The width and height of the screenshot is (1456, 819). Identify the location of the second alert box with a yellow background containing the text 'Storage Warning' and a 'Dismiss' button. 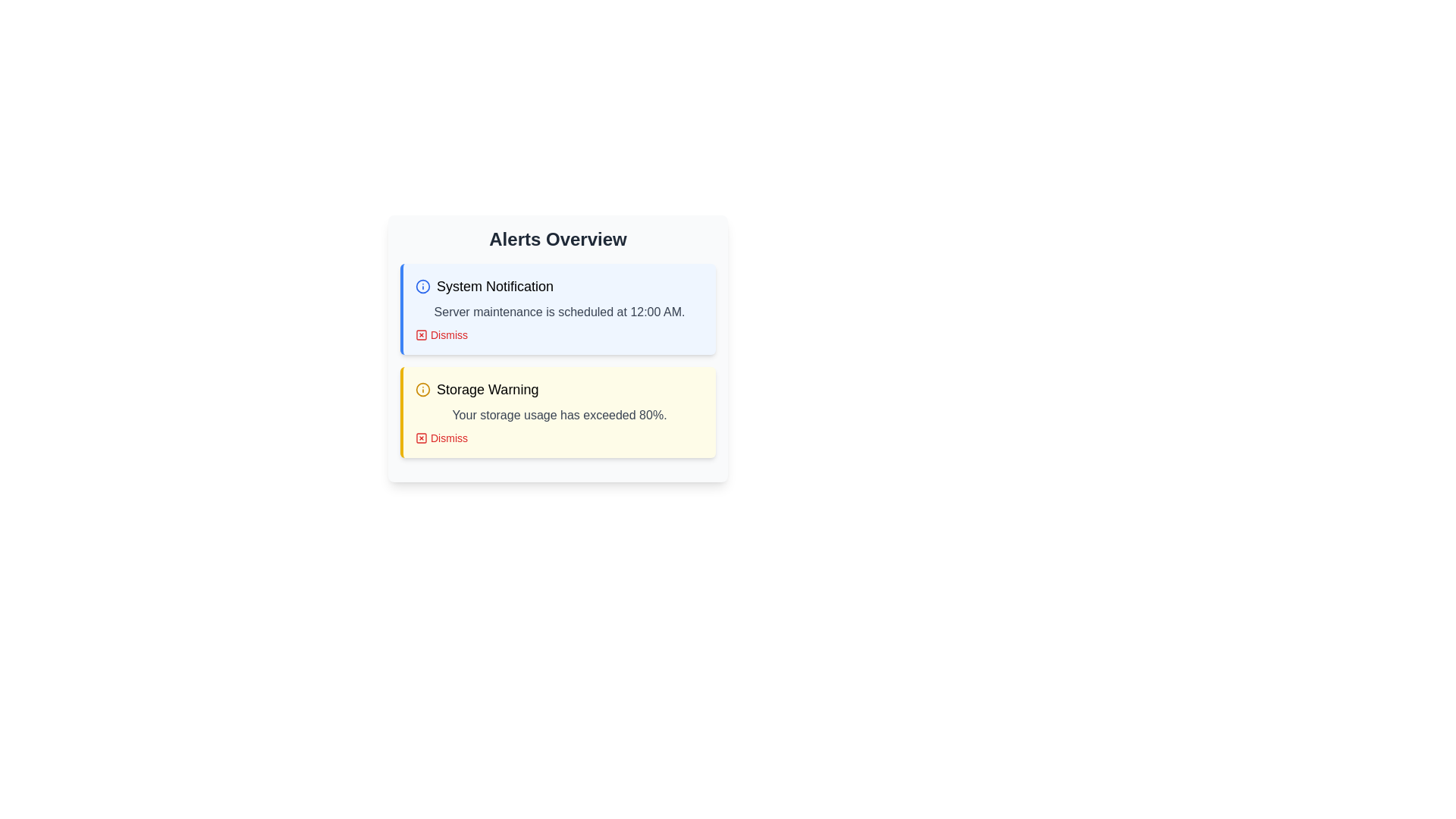
(557, 412).